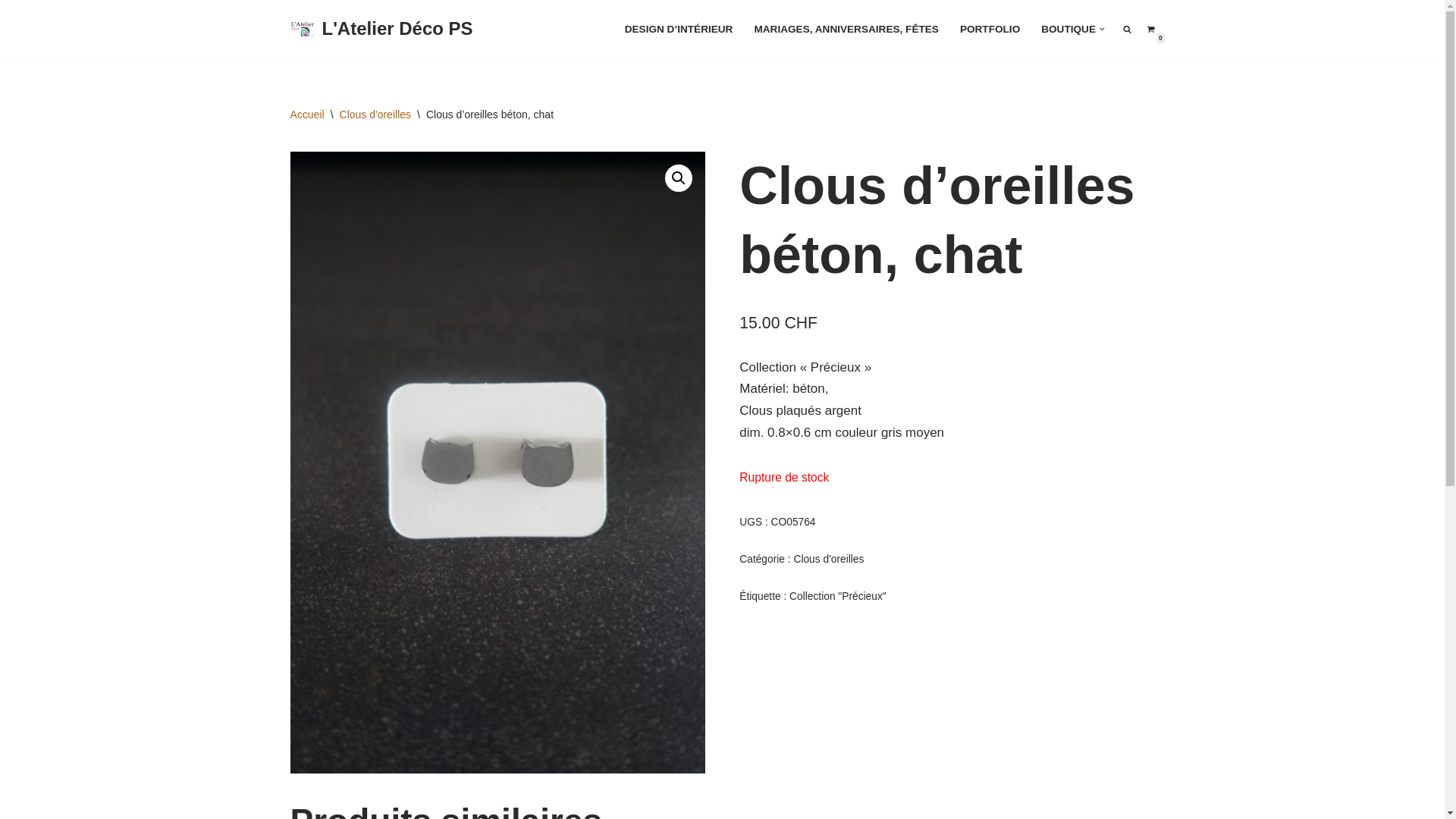 This screenshot has height=819, width=1456. I want to click on 'PORTFOLIO', so click(990, 29).